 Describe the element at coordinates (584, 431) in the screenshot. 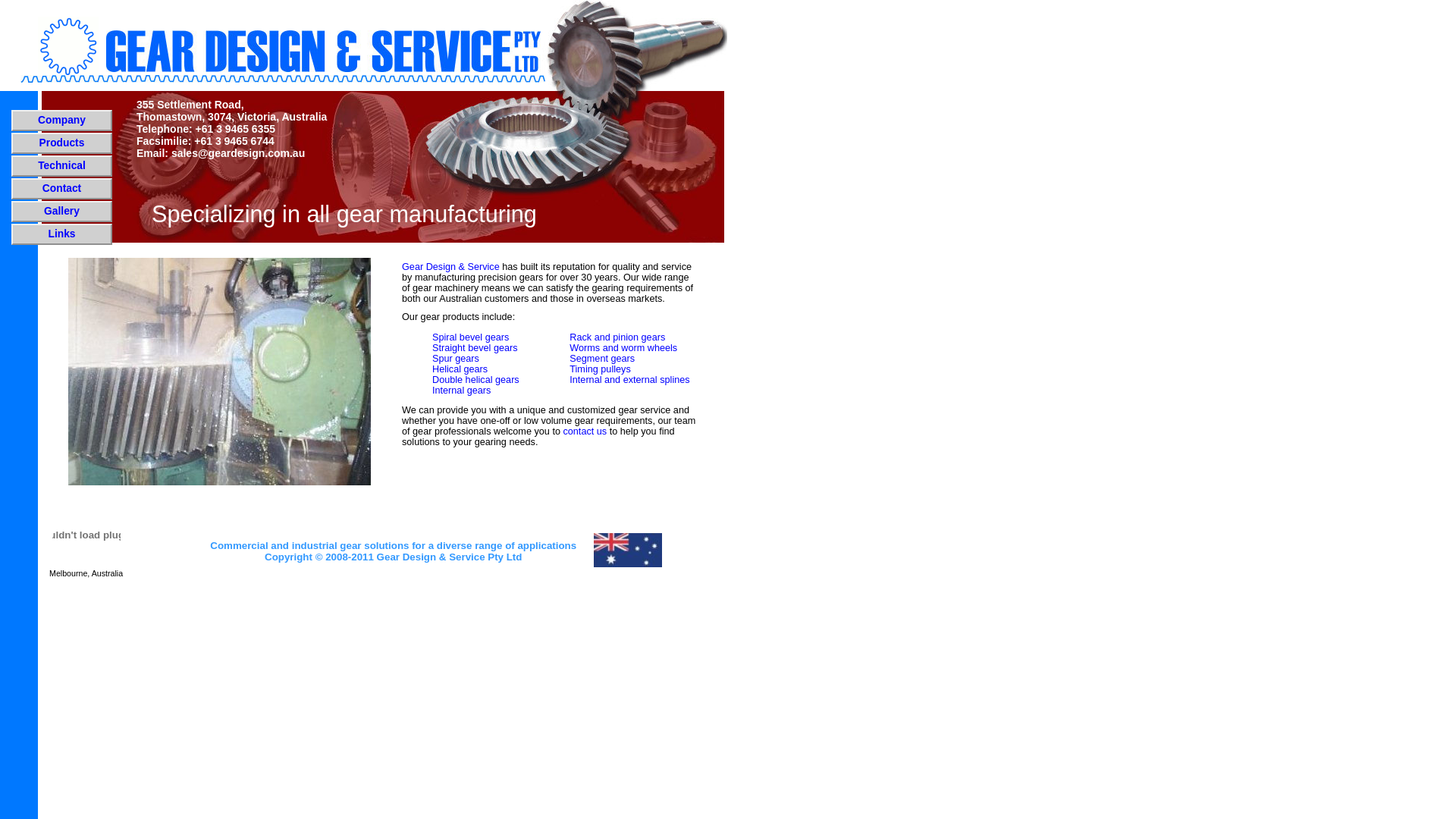

I see `'contact us'` at that location.